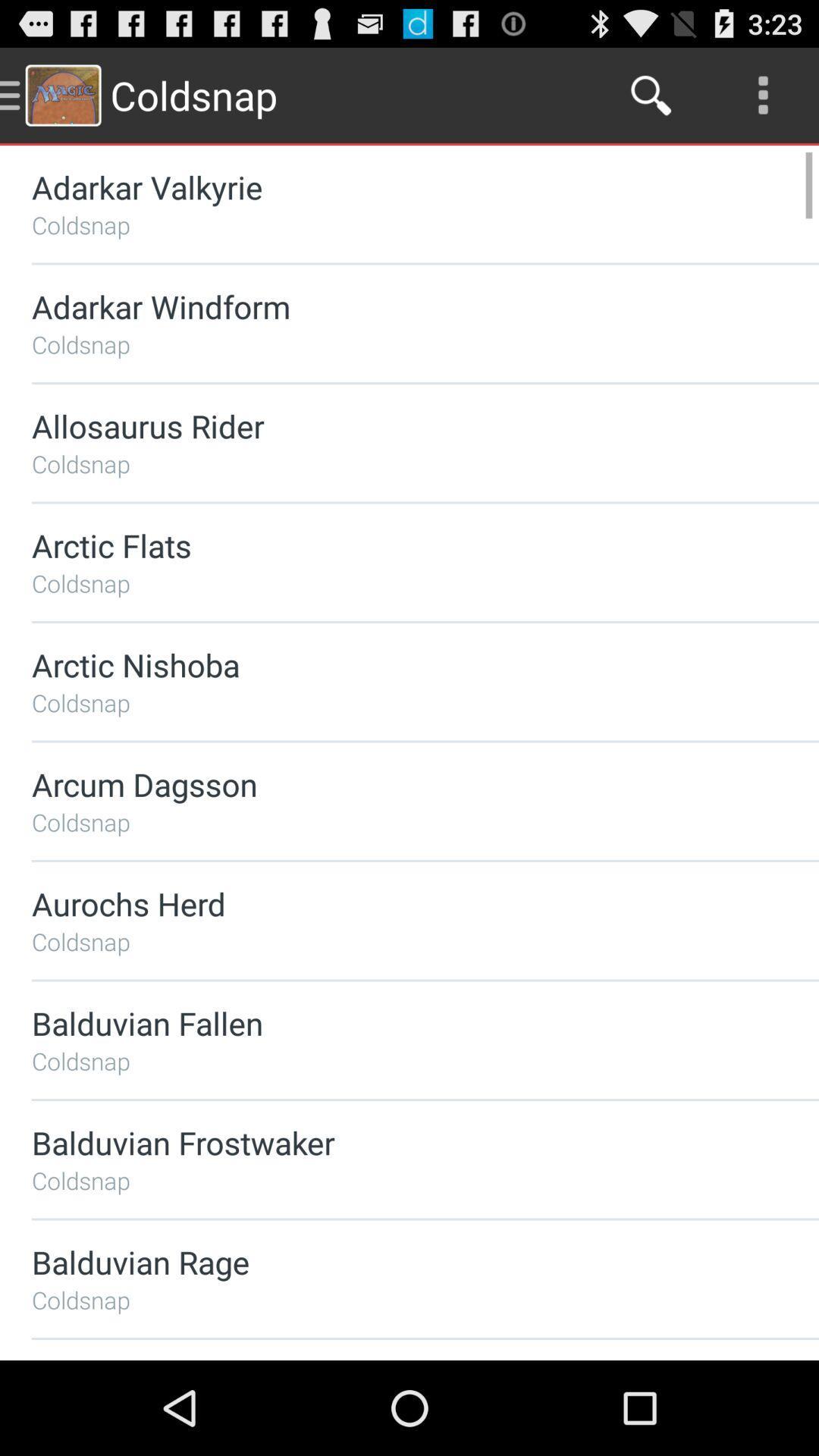 The height and width of the screenshot is (1456, 819). What do you see at coordinates (651, 94) in the screenshot?
I see `app to the right of the coldsnap item` at bounding box center [651, 94].